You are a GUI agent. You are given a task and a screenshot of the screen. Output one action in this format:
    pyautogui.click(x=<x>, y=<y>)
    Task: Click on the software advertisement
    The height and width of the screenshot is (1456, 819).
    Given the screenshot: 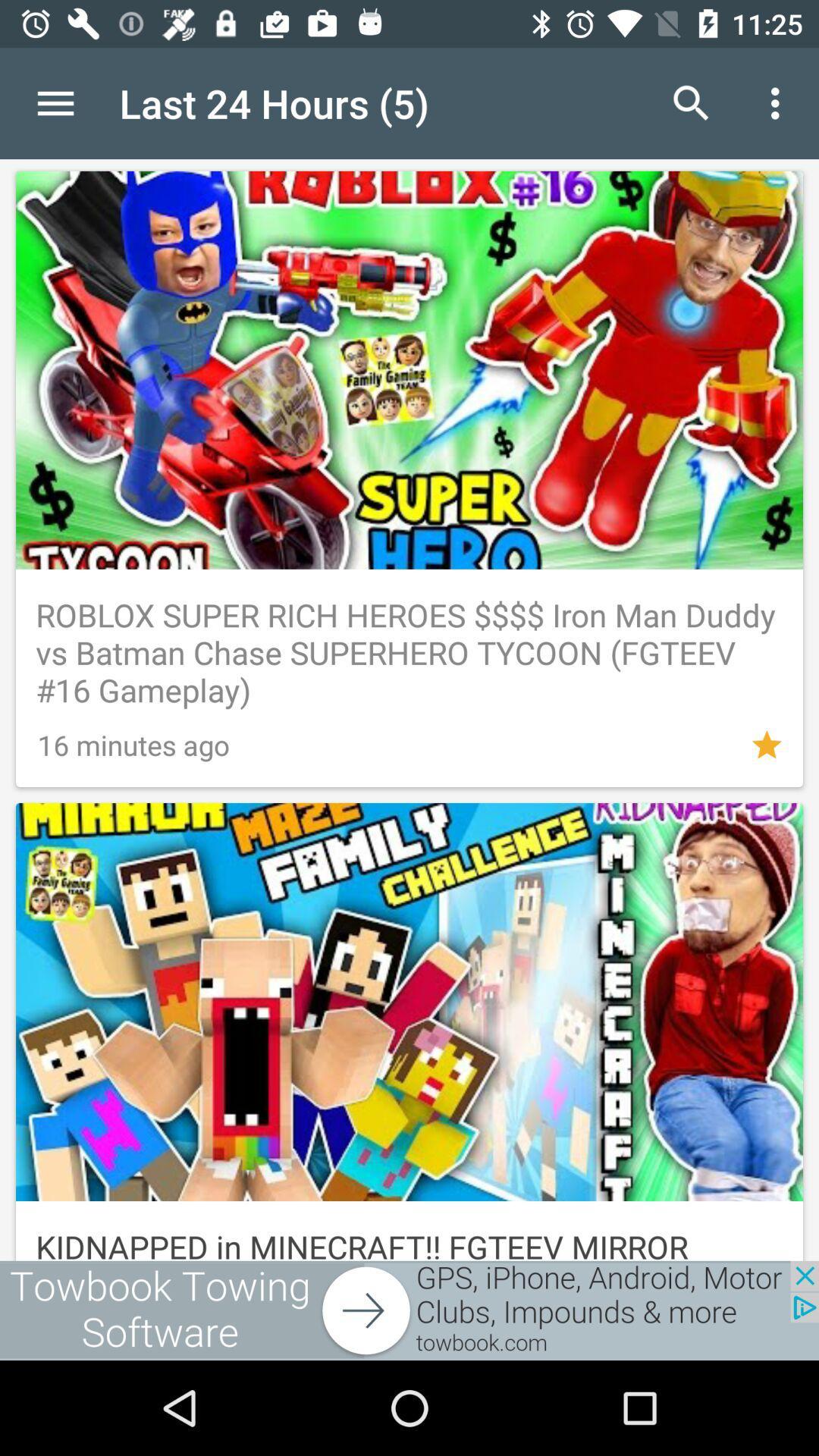 What is the action you would take?
    pyautogui.click(x=409, y=1310)
    